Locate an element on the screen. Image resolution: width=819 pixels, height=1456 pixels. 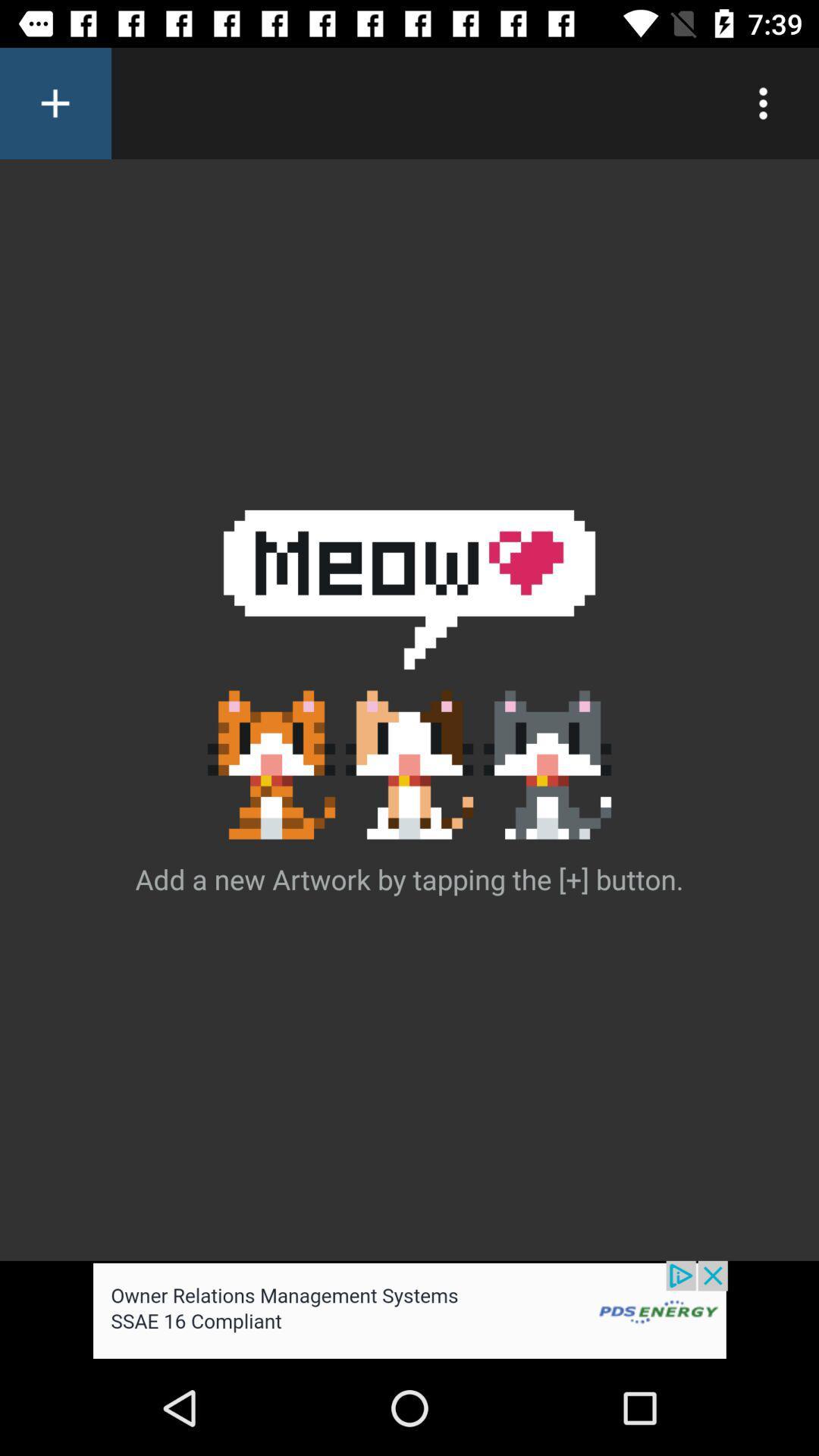
page is located at coordinates (55, 102).